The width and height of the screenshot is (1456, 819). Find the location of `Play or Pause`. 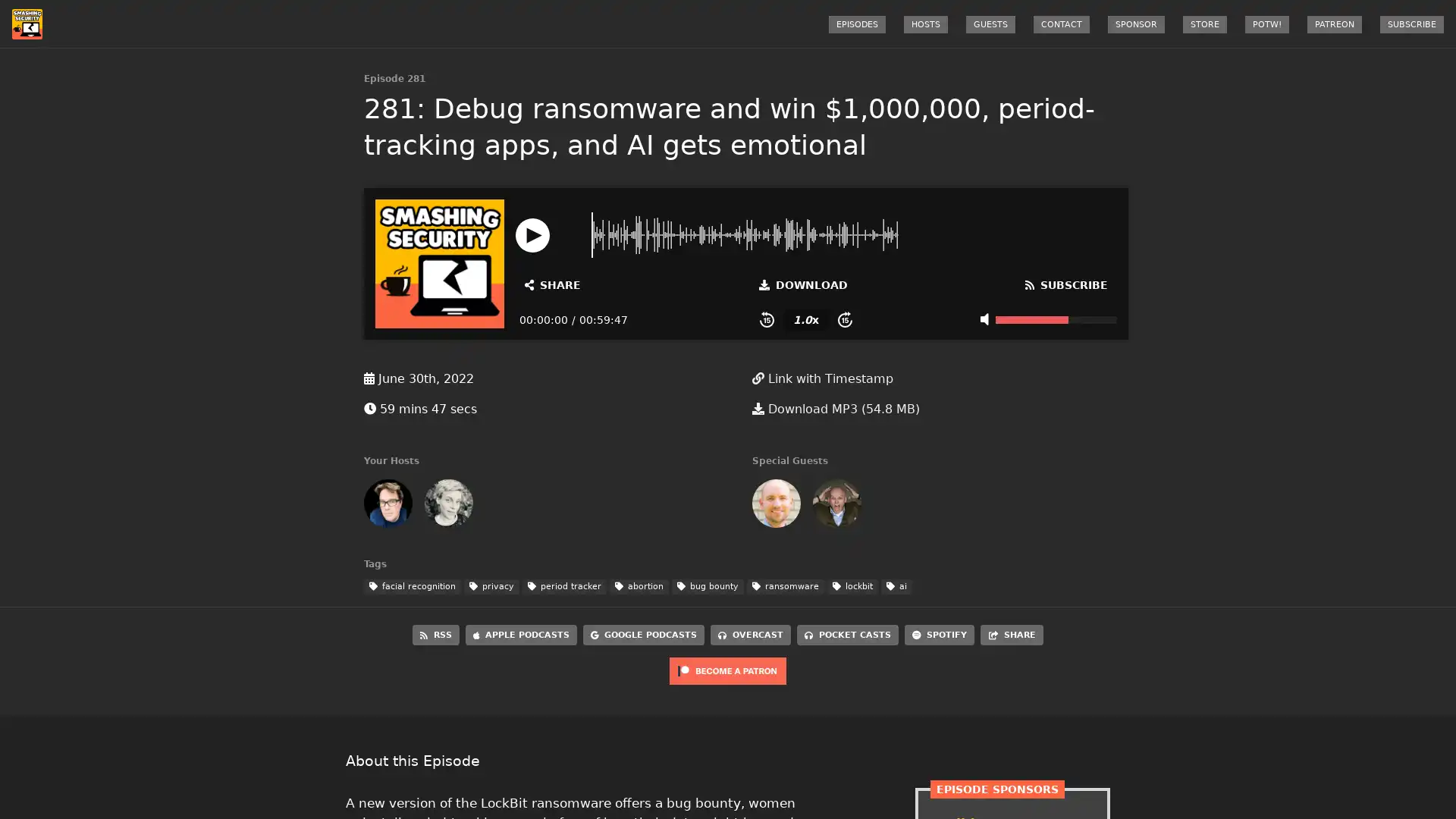

Play or Pause is located at coordinates (532, 234).